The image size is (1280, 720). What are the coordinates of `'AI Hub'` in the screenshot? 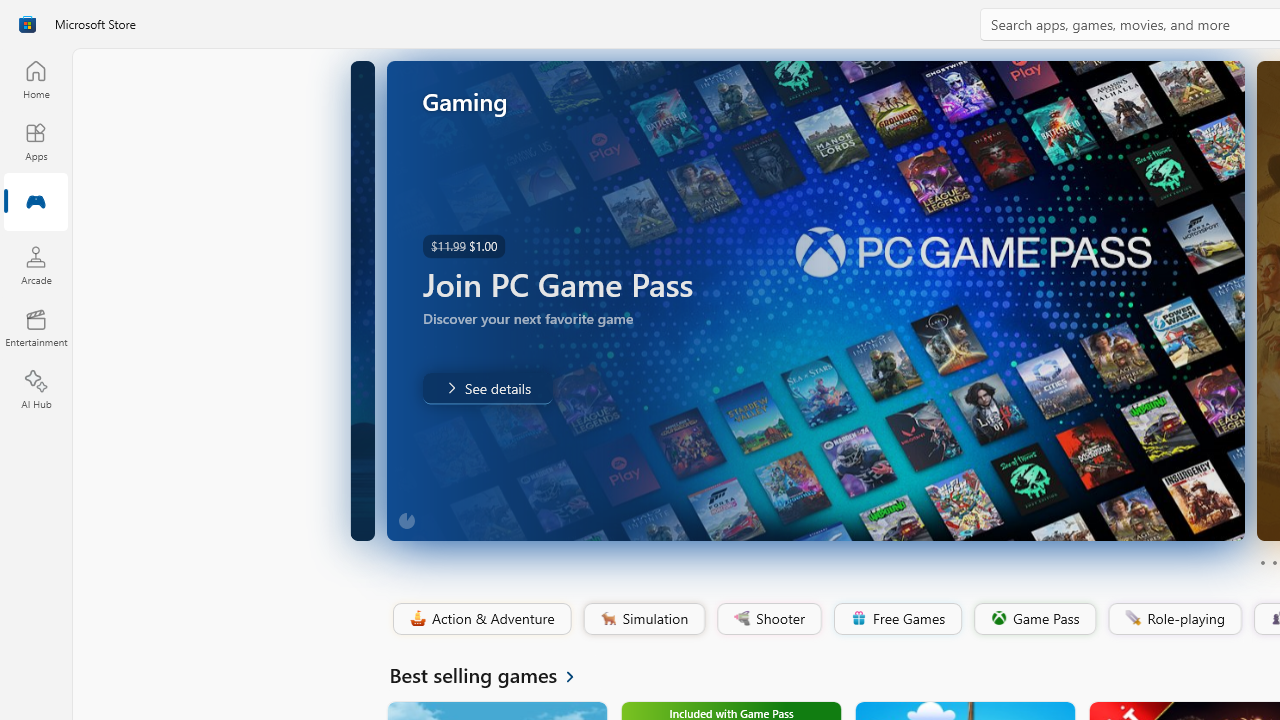 It's located at (35, 390).